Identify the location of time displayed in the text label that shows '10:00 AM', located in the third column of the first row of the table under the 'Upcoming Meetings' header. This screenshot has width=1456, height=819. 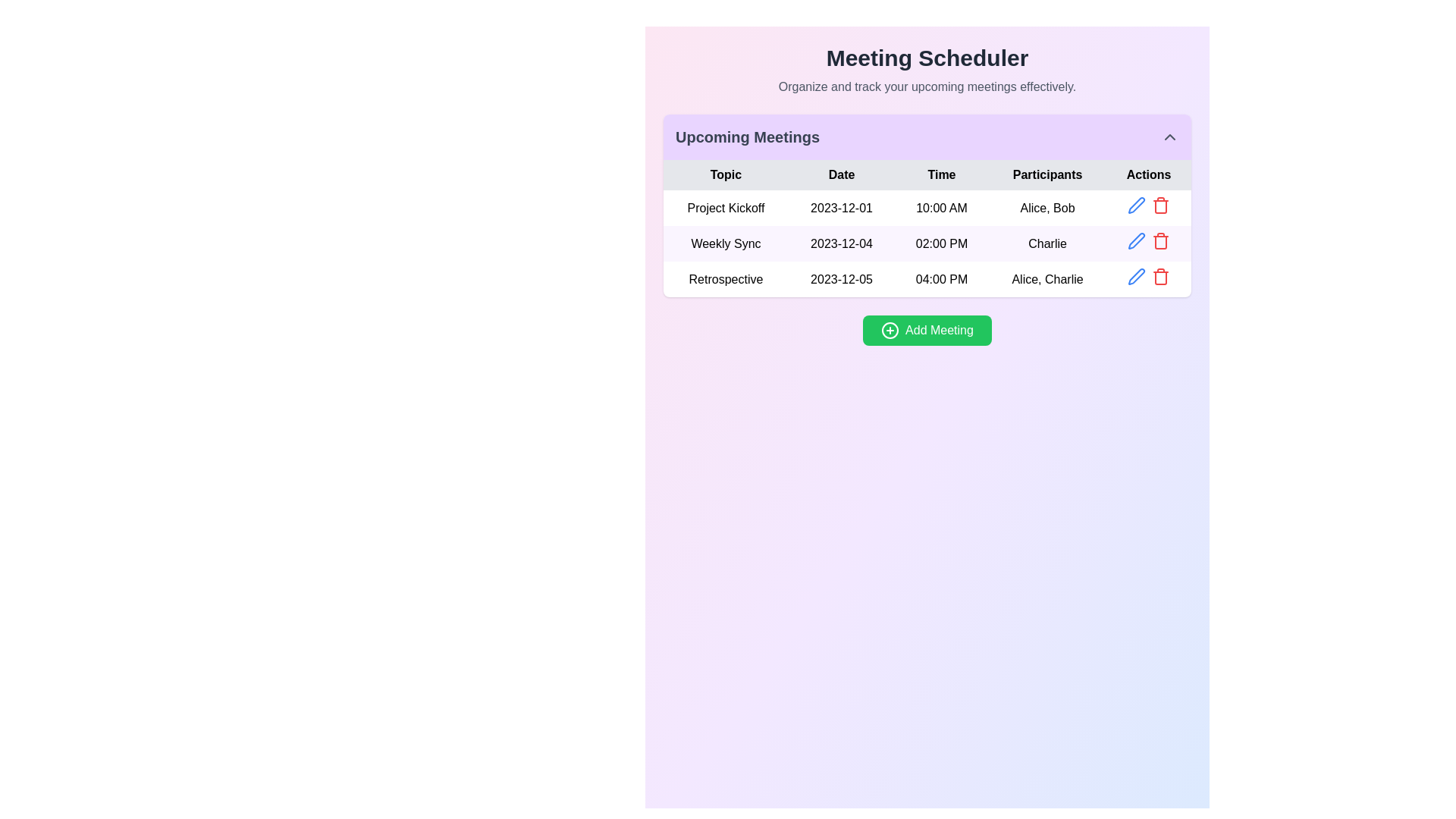
(941, 208).